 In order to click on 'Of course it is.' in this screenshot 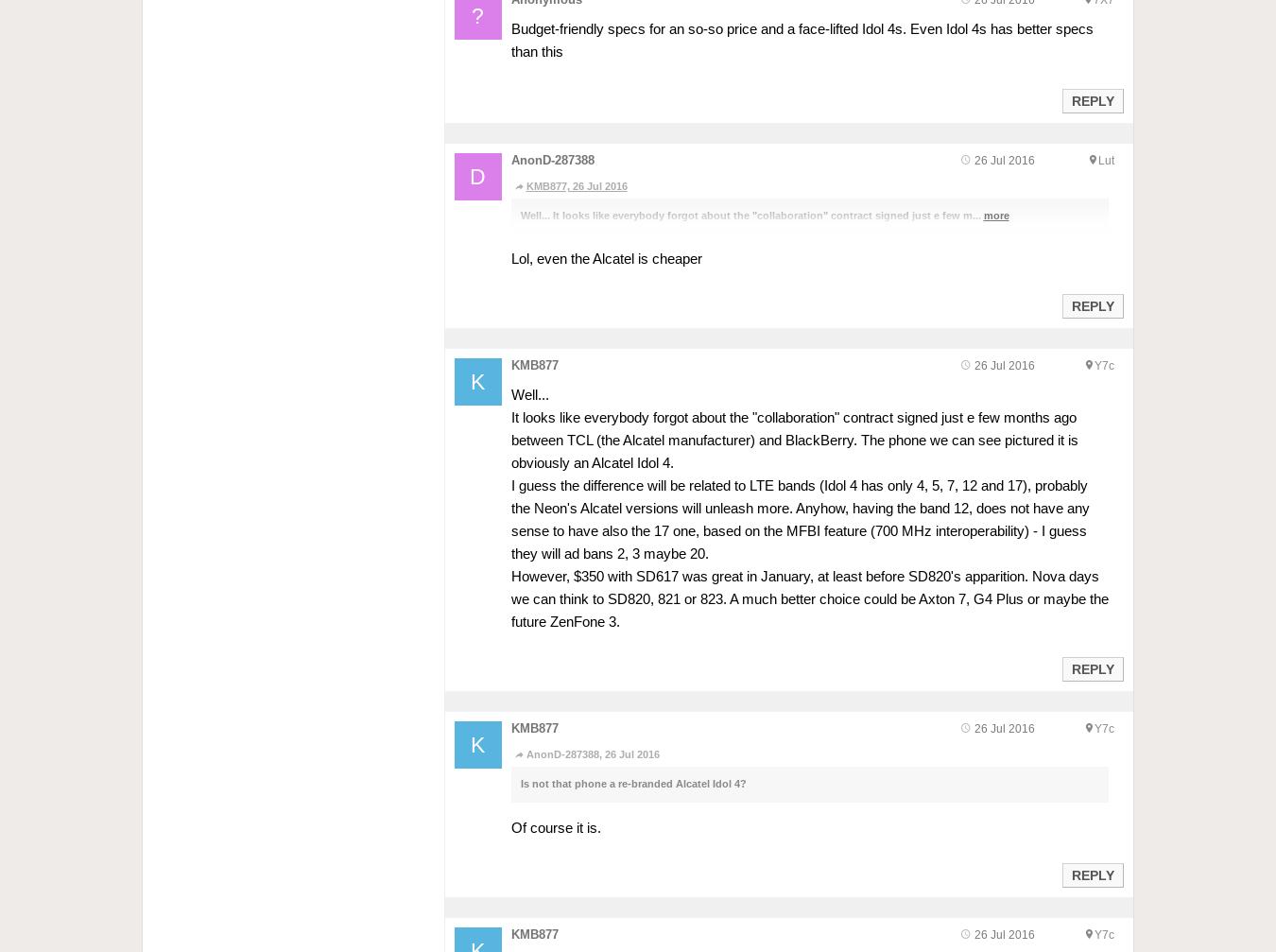, I will do `click(555, 825)`.